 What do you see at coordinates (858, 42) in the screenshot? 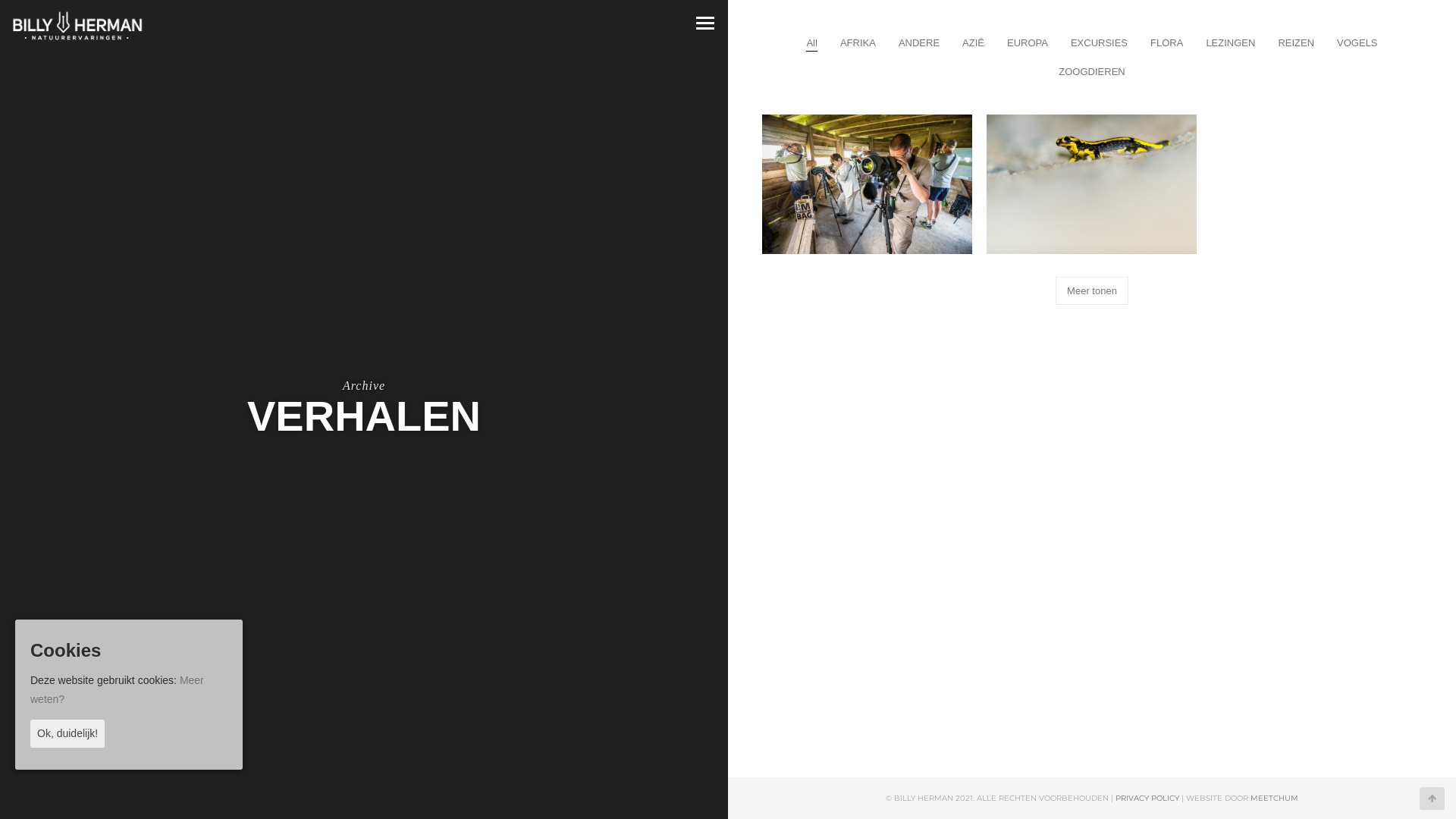
I see `'AFRIKA'` at bounding box center [858, 42].